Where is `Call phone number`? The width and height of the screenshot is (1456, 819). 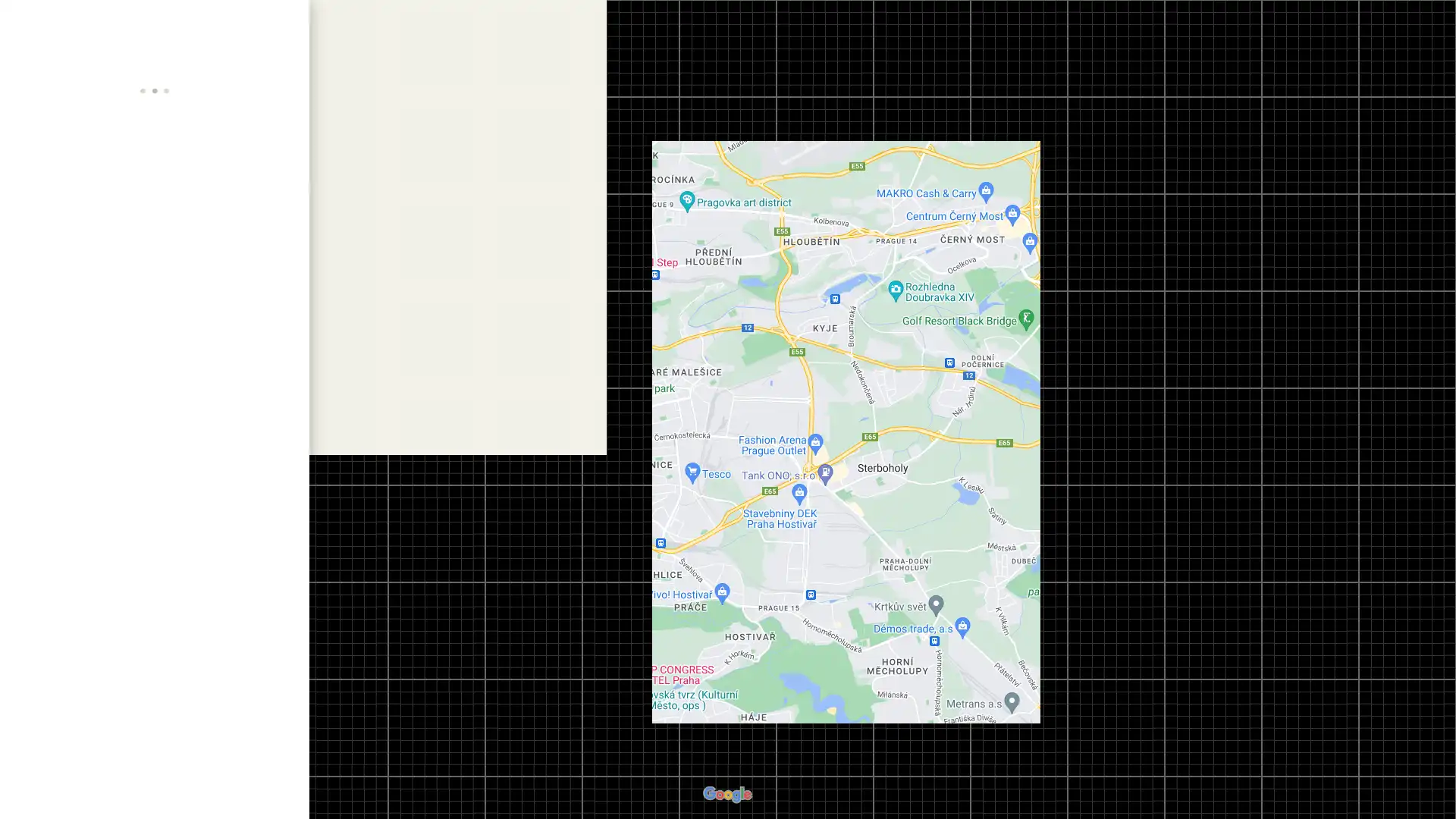
Call phone number is located at coordinates (284, 441).